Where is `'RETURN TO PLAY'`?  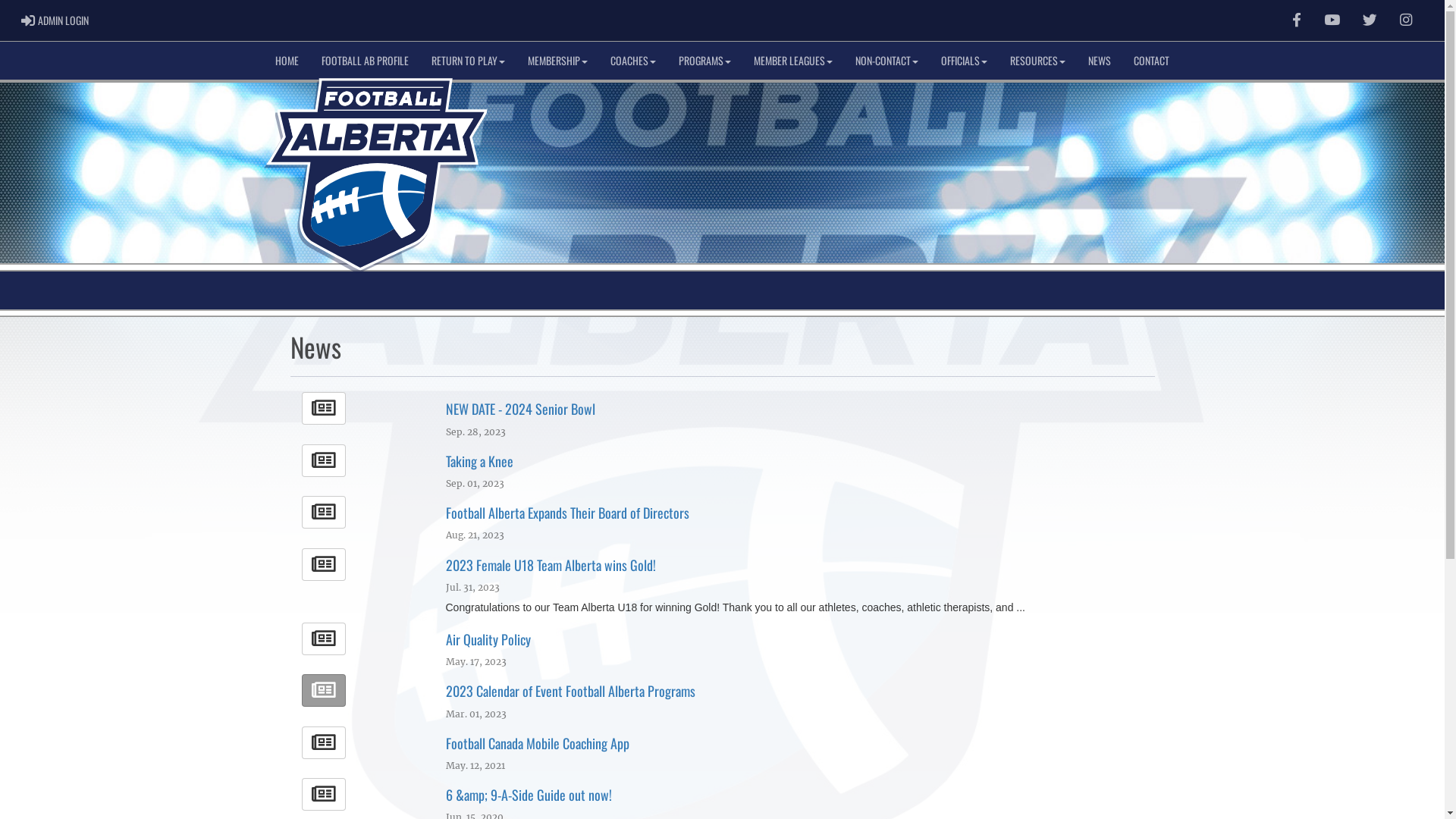 'RETURN TO PLAY' is located at coordinates (419, 60).